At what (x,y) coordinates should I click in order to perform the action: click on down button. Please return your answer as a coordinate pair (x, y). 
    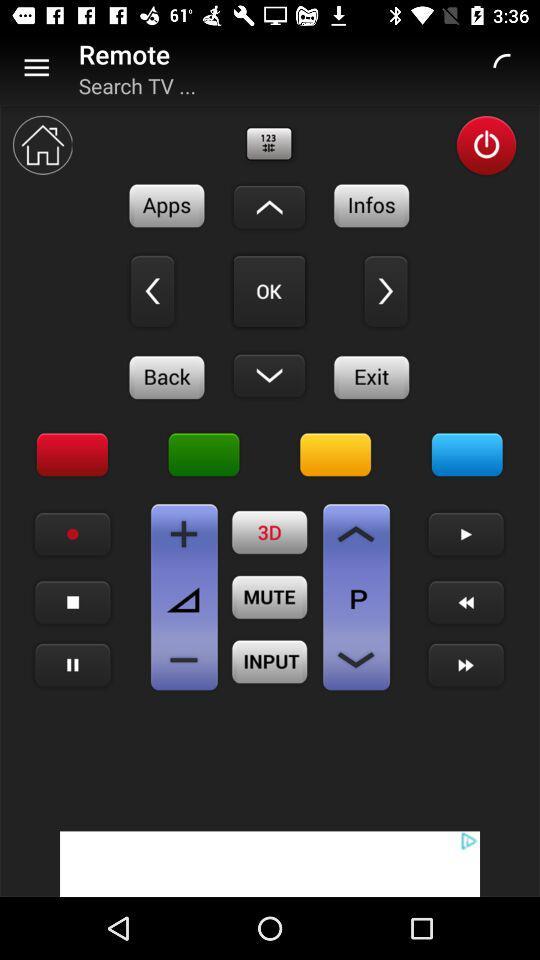
    Looking at the image, I should click on (269, 374).